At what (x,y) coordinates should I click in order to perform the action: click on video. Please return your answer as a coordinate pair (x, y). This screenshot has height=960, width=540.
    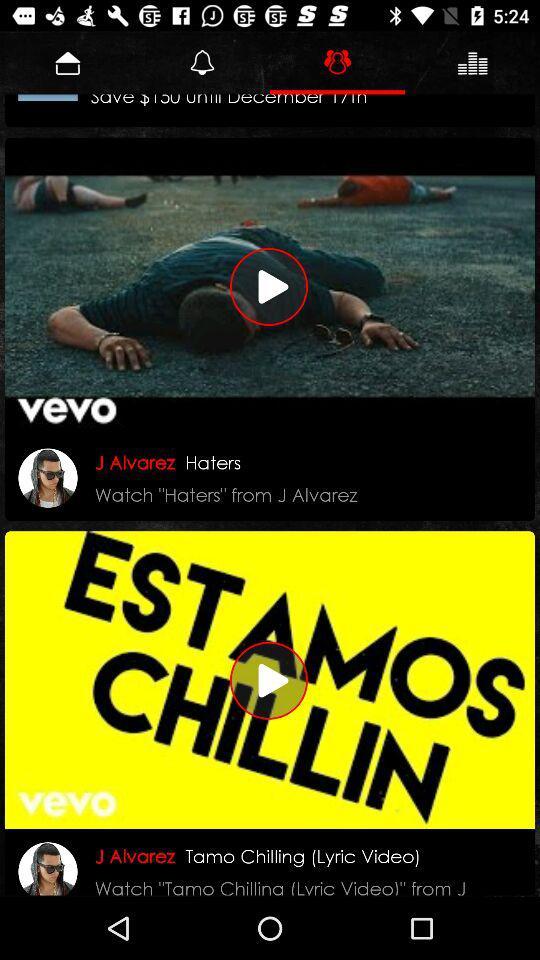
    Looking at the image, I should click on (270, 285).